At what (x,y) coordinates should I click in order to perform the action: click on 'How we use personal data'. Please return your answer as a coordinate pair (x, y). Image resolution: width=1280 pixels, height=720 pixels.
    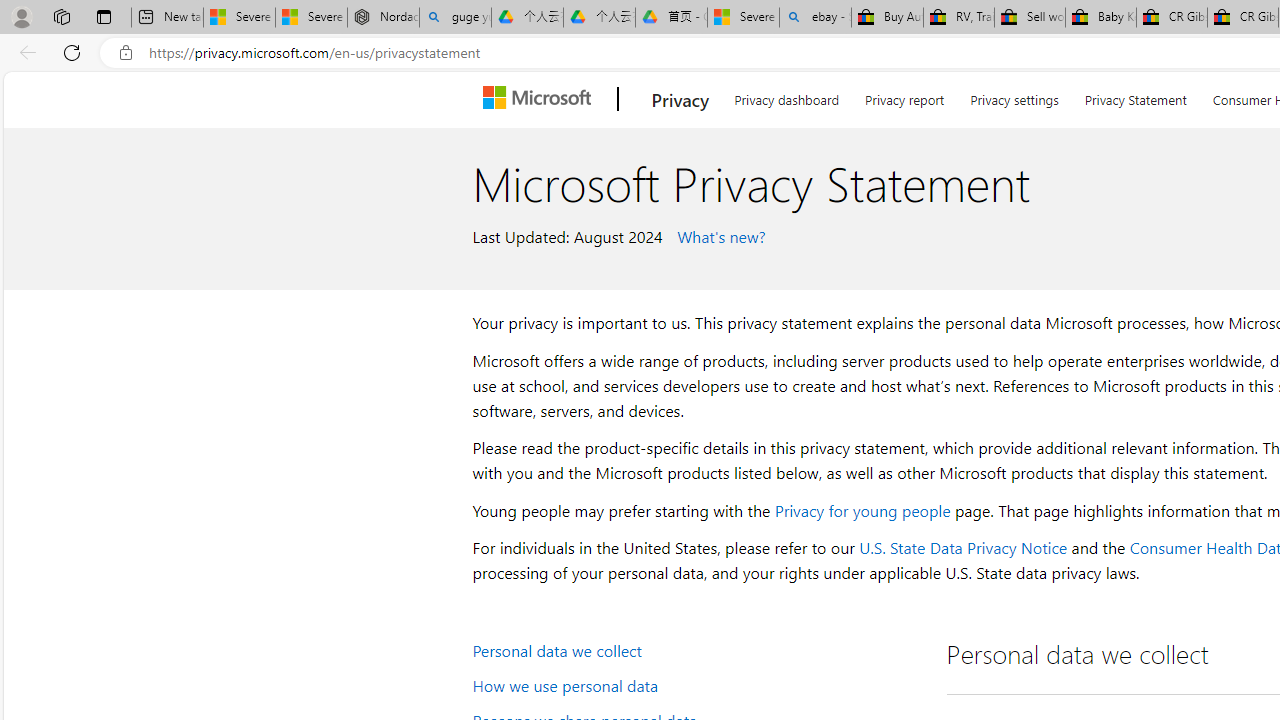
    Looking at the image, I should click on (696, 683).